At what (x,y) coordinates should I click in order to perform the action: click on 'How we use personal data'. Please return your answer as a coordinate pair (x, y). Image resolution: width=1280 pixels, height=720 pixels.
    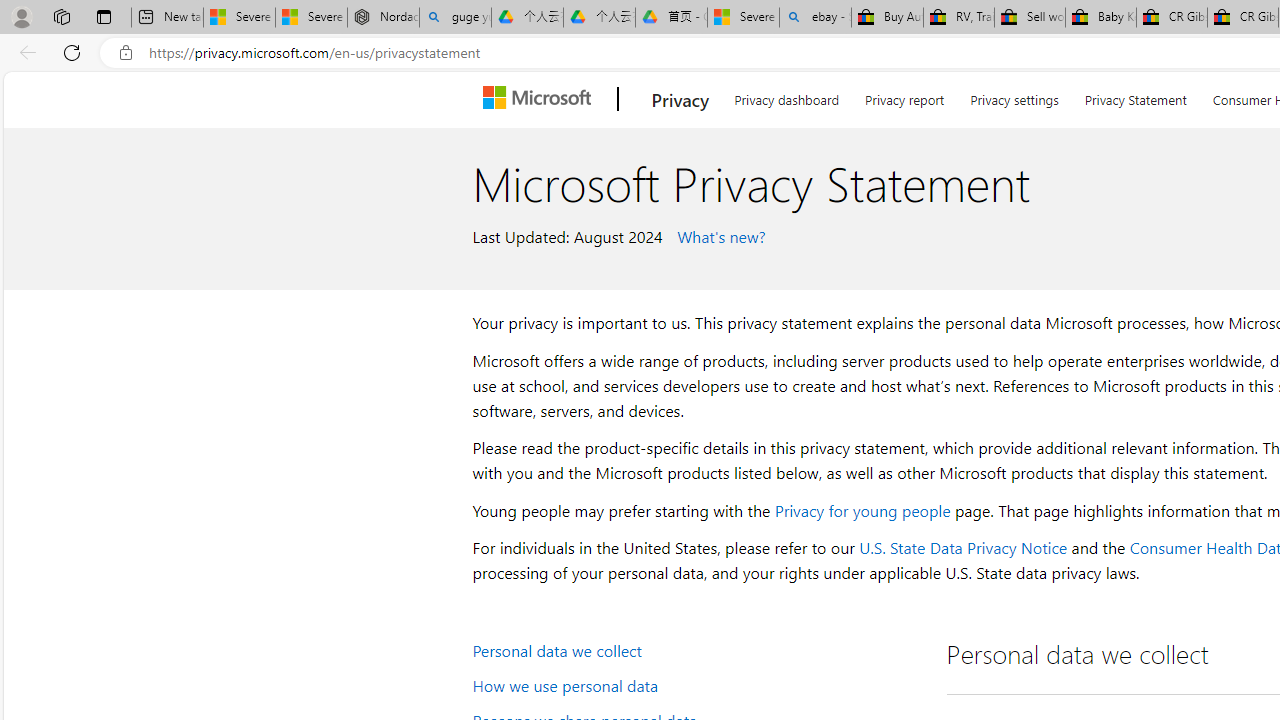
    Looking at the image, I should click on (696, 683).